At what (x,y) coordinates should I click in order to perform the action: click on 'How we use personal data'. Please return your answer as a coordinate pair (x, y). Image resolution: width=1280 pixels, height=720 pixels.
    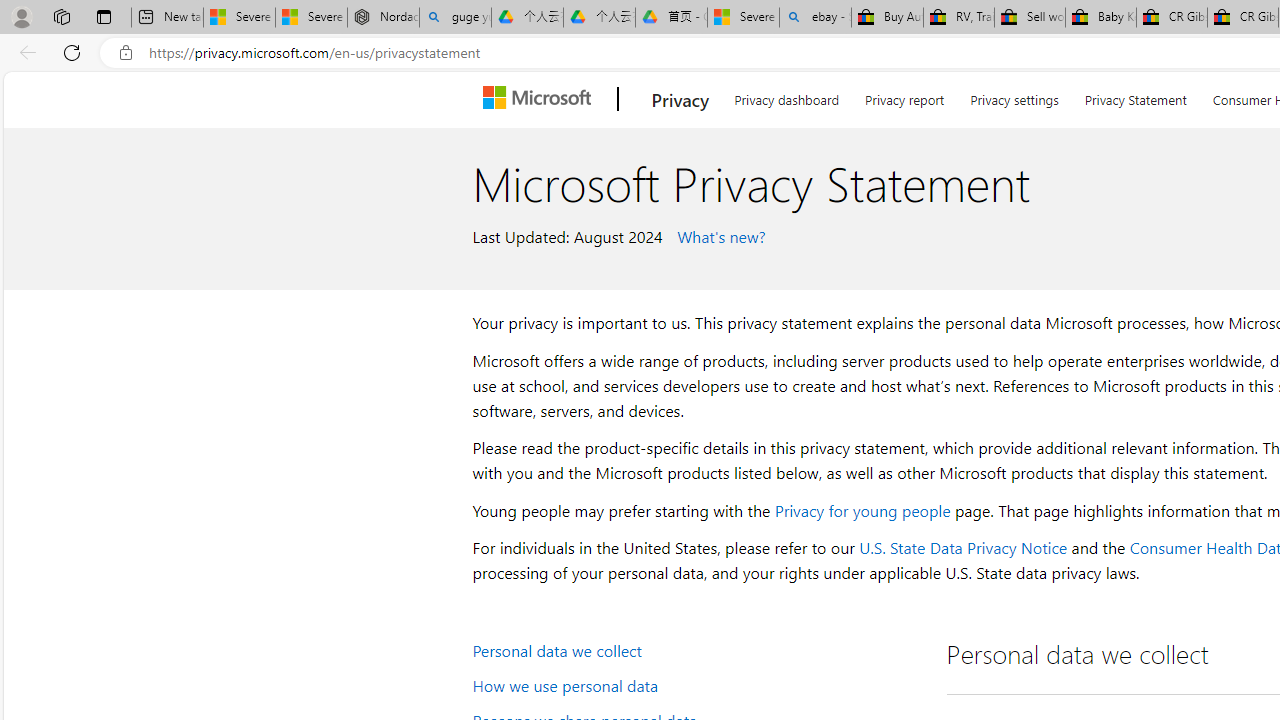
    Looking at the image, I should click on (696, 683).